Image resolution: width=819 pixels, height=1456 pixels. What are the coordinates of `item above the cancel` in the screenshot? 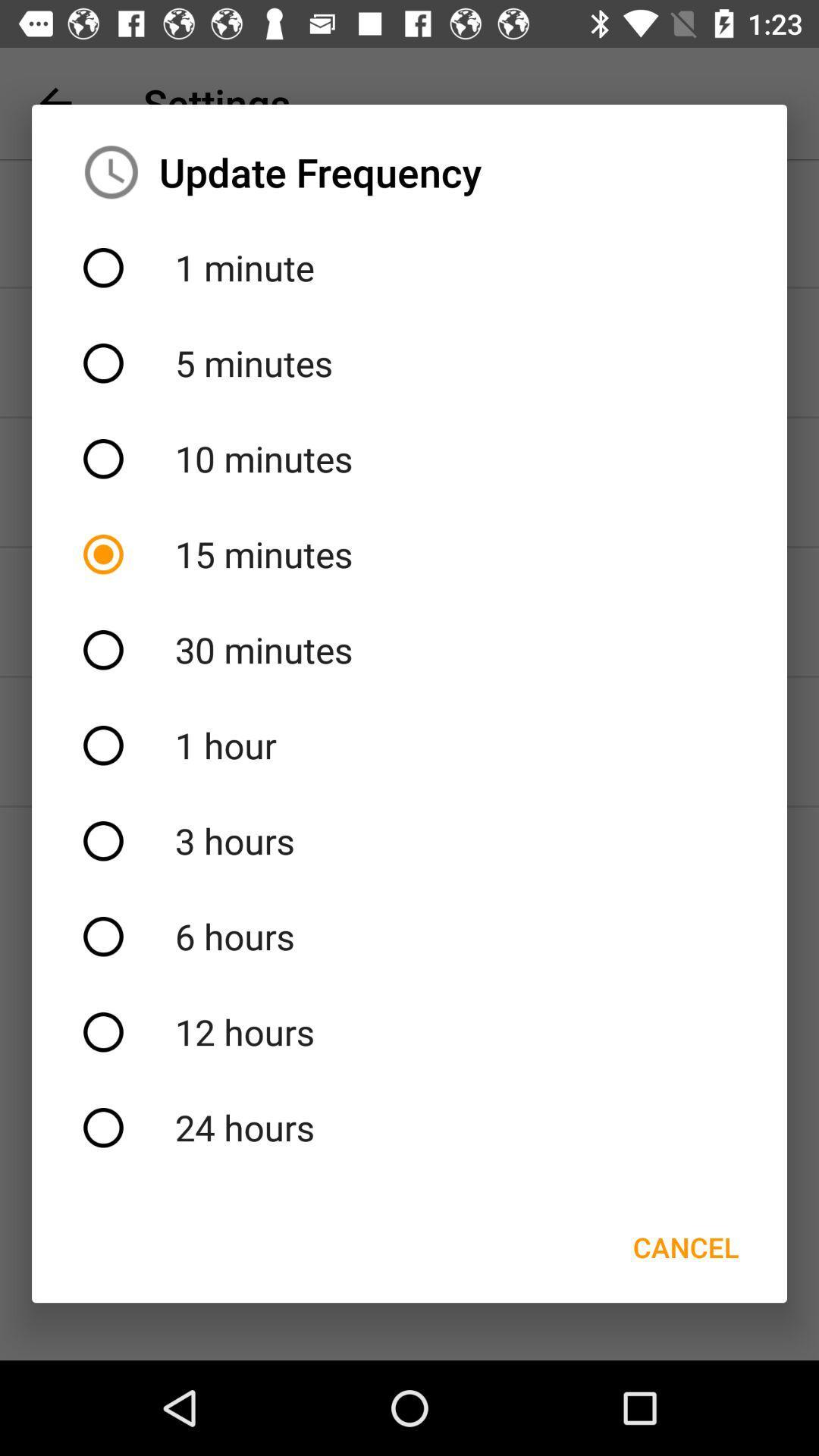 It's located at (409, 1128).